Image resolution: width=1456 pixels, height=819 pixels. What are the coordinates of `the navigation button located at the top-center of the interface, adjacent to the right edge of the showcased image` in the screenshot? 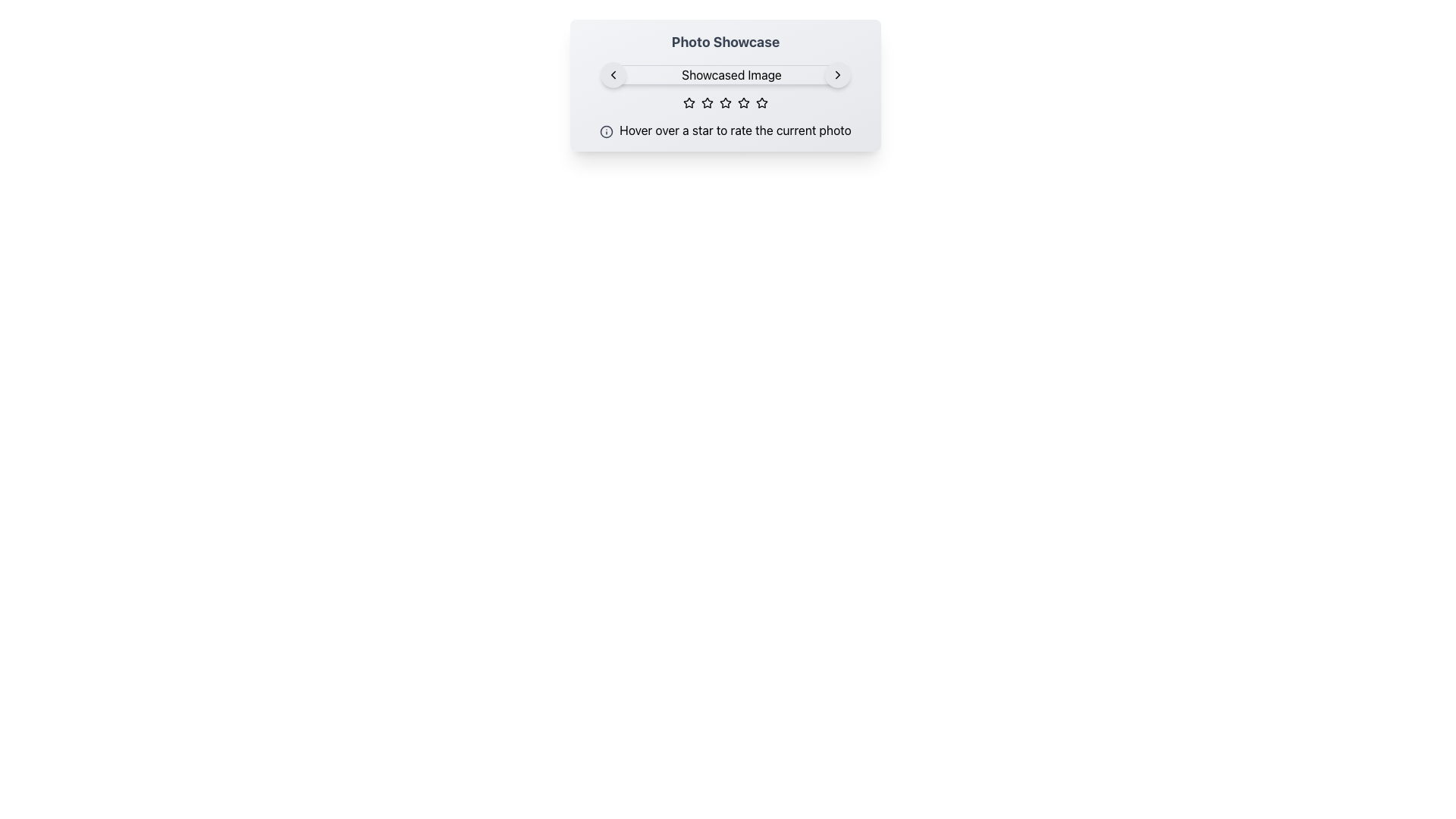 It's located at (836, 75).